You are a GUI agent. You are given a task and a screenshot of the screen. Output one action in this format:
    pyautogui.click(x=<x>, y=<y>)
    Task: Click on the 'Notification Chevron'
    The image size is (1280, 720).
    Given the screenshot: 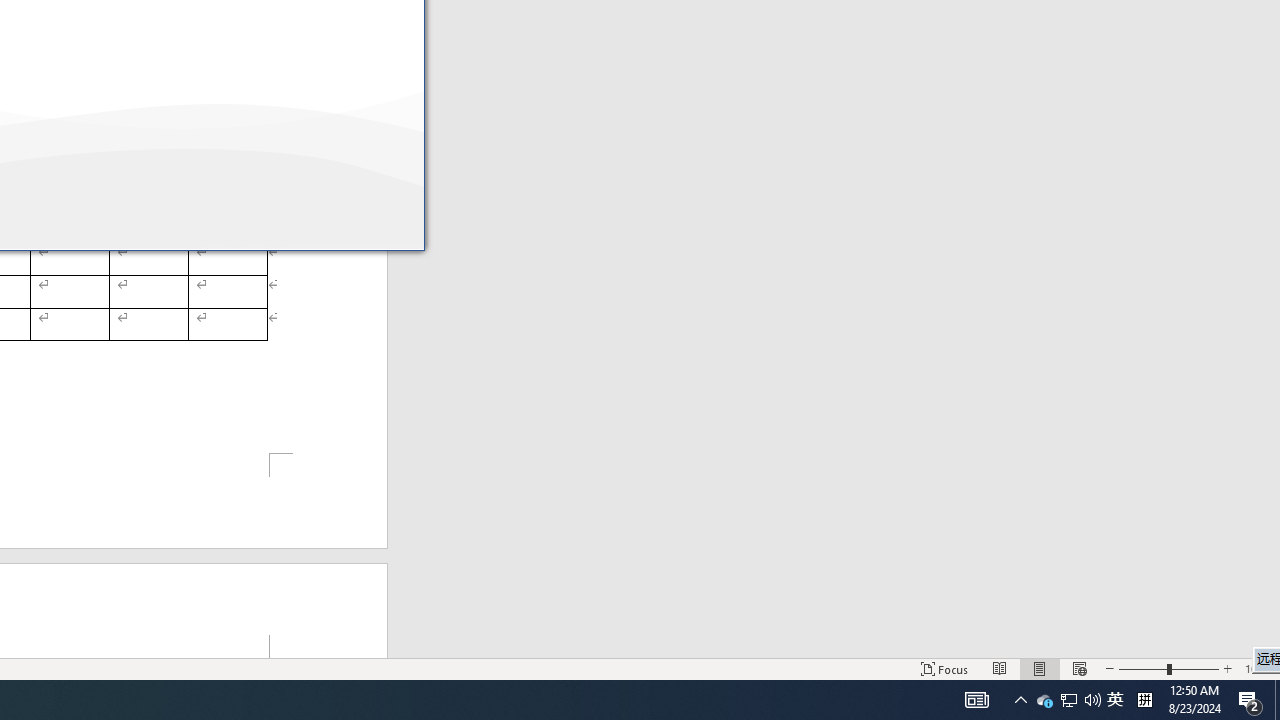 What is the action you would take?
    pyautogui.click(x=1067, y=698)
    